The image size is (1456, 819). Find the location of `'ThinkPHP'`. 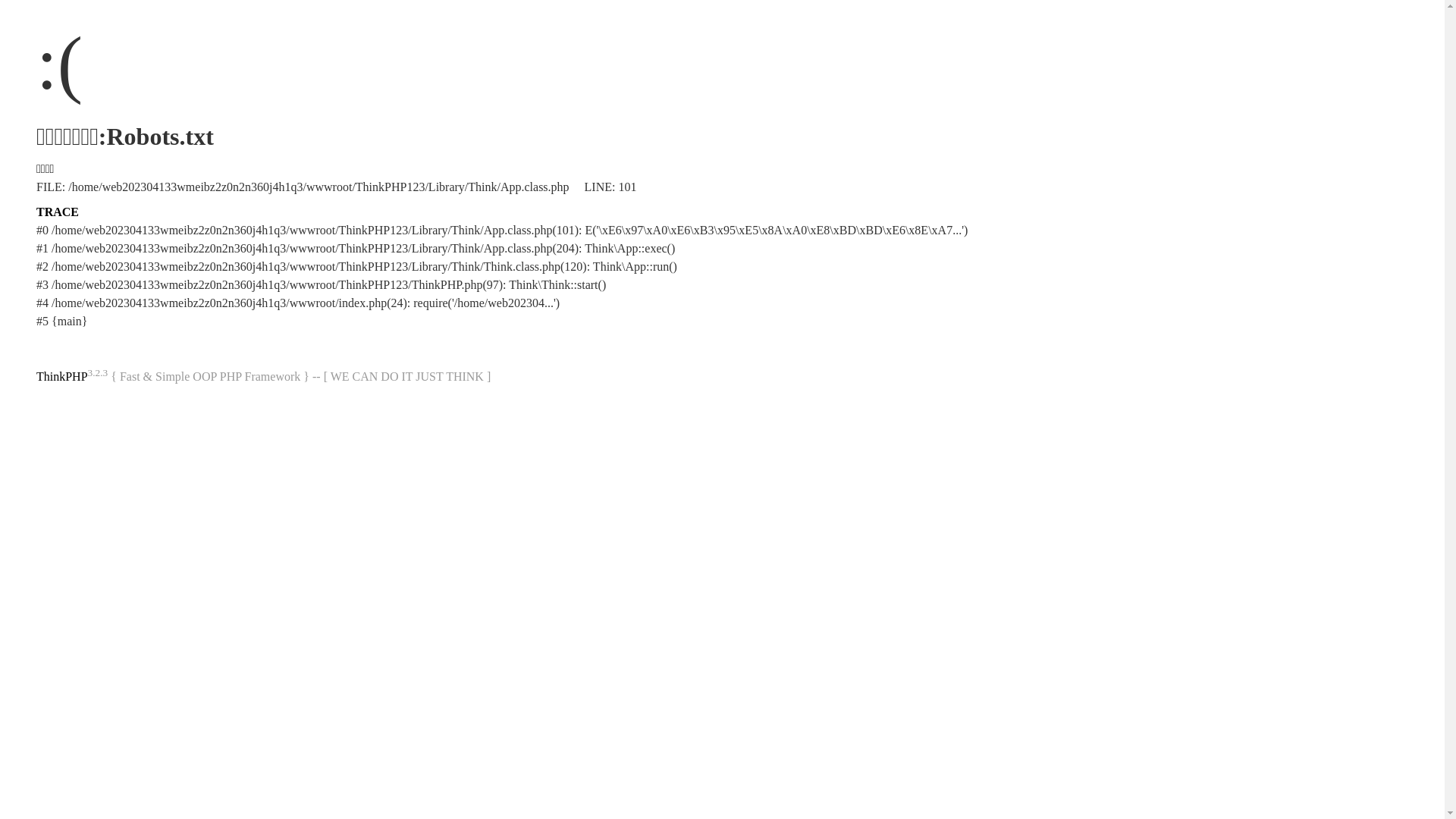

'ThinkPHP' is located at coordinates (61, 375).